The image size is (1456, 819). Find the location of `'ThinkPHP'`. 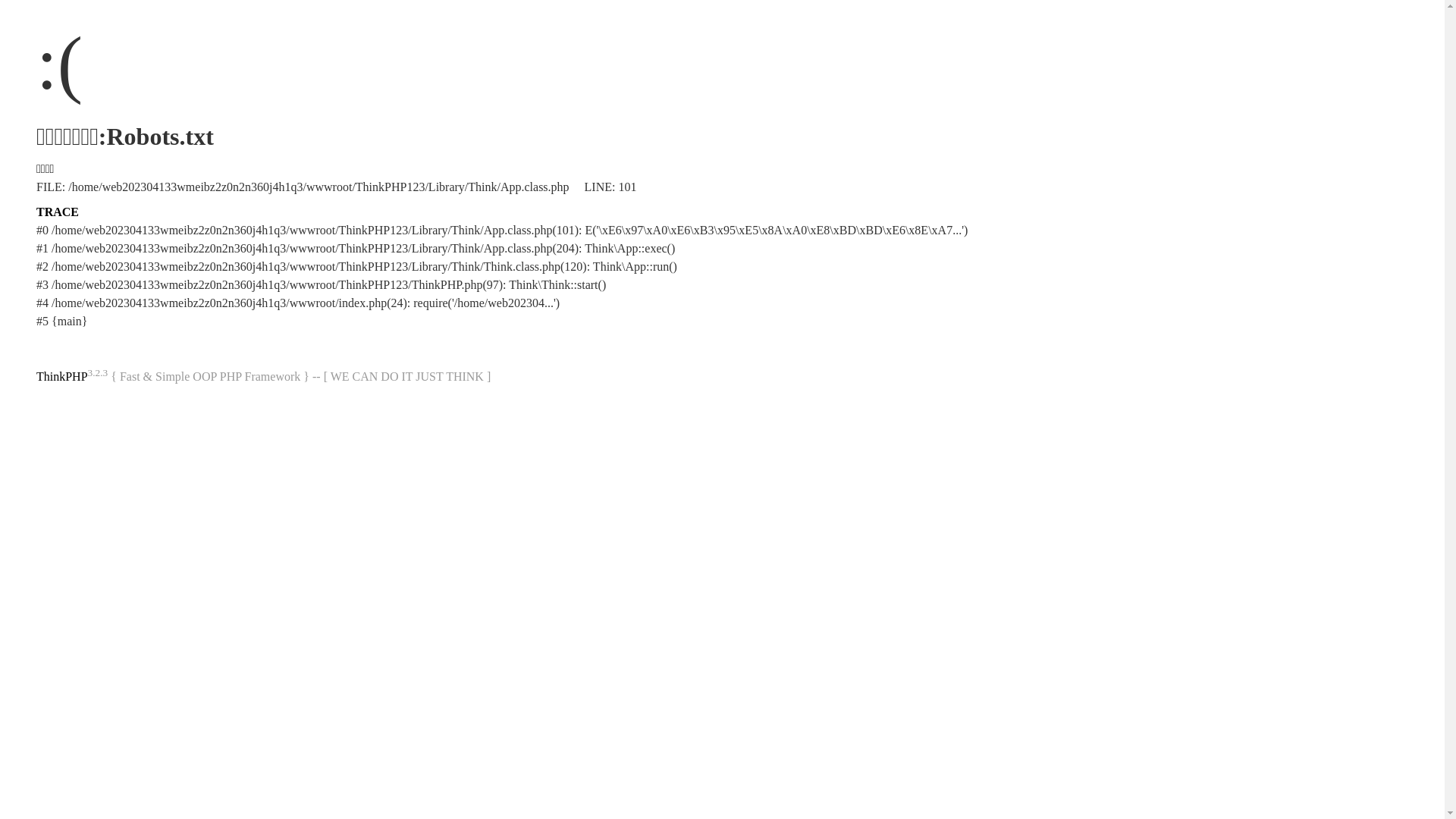

'ThinkPHP' is located at coordinates (61, 375).